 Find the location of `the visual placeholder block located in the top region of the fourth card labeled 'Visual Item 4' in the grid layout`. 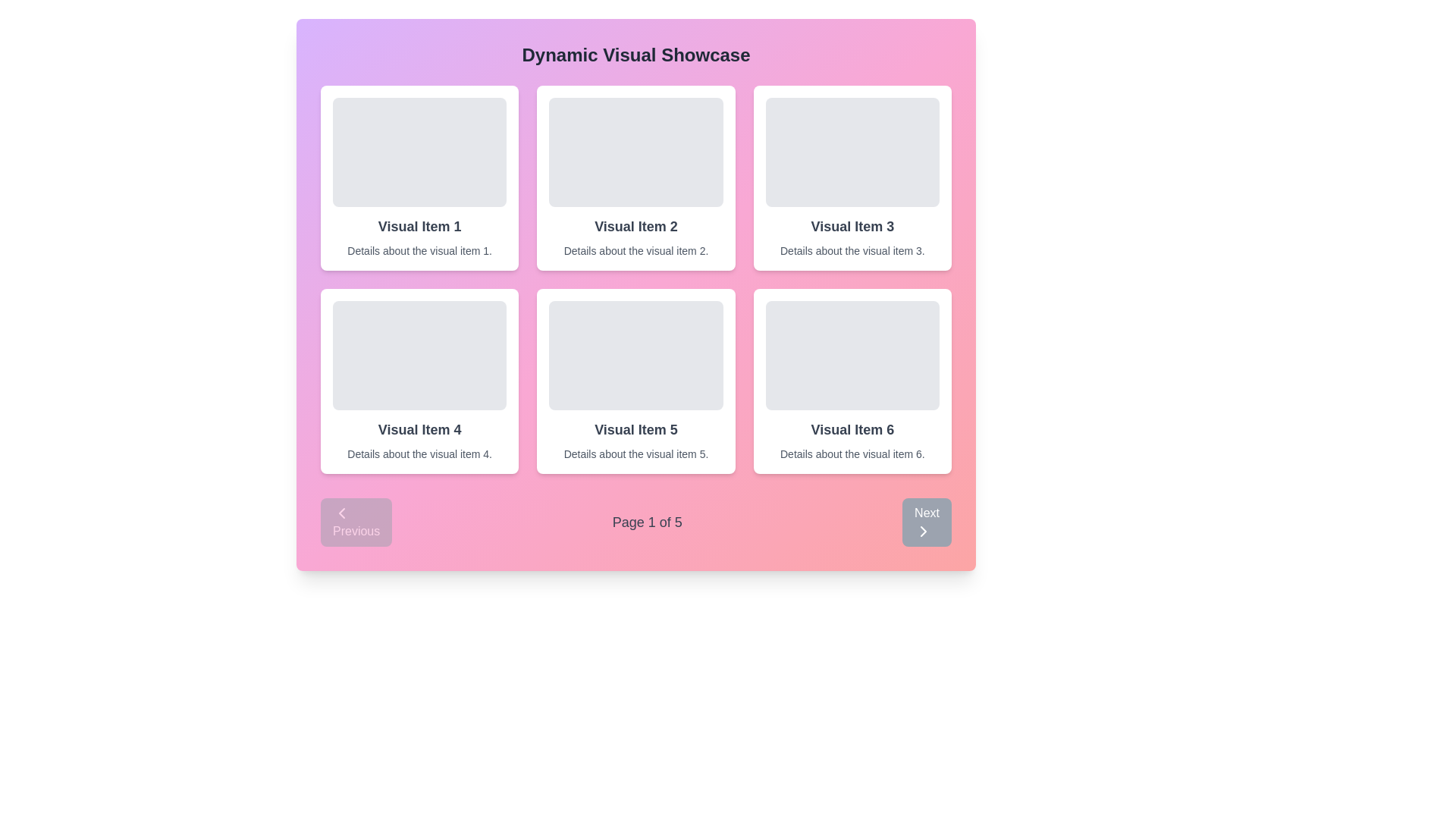

the visual placeholder block located in the top region of the fourth card labeled 'Visual Item 4' in the grid layout is located at coordinates (419, 356).